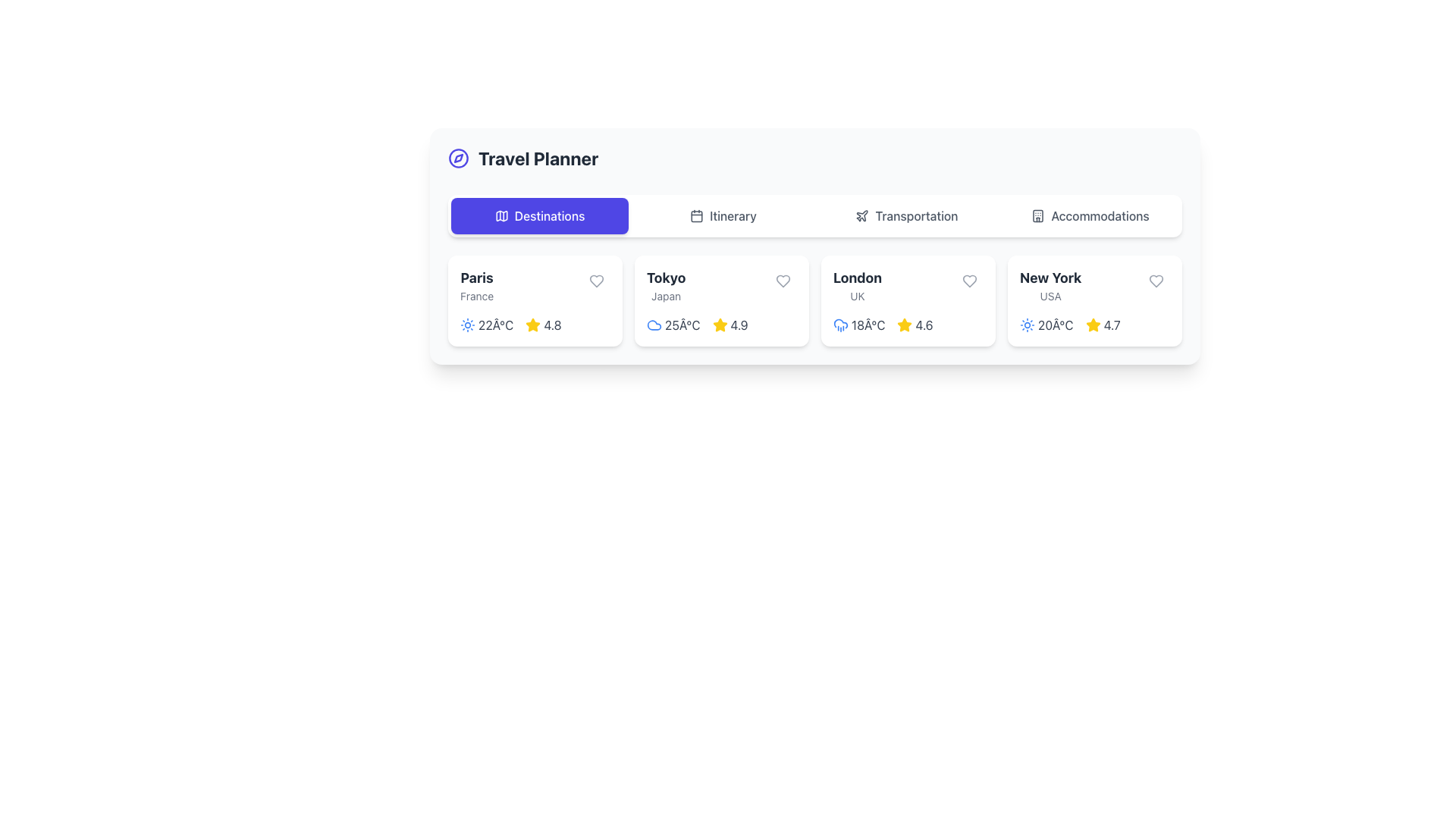 Image resolution: width=1456 pixels, height=819 pixels. I want to click on the yellow star-shaped rating icon next to the text '4.7' in the New York, USA weather card, so click(1093, 324).